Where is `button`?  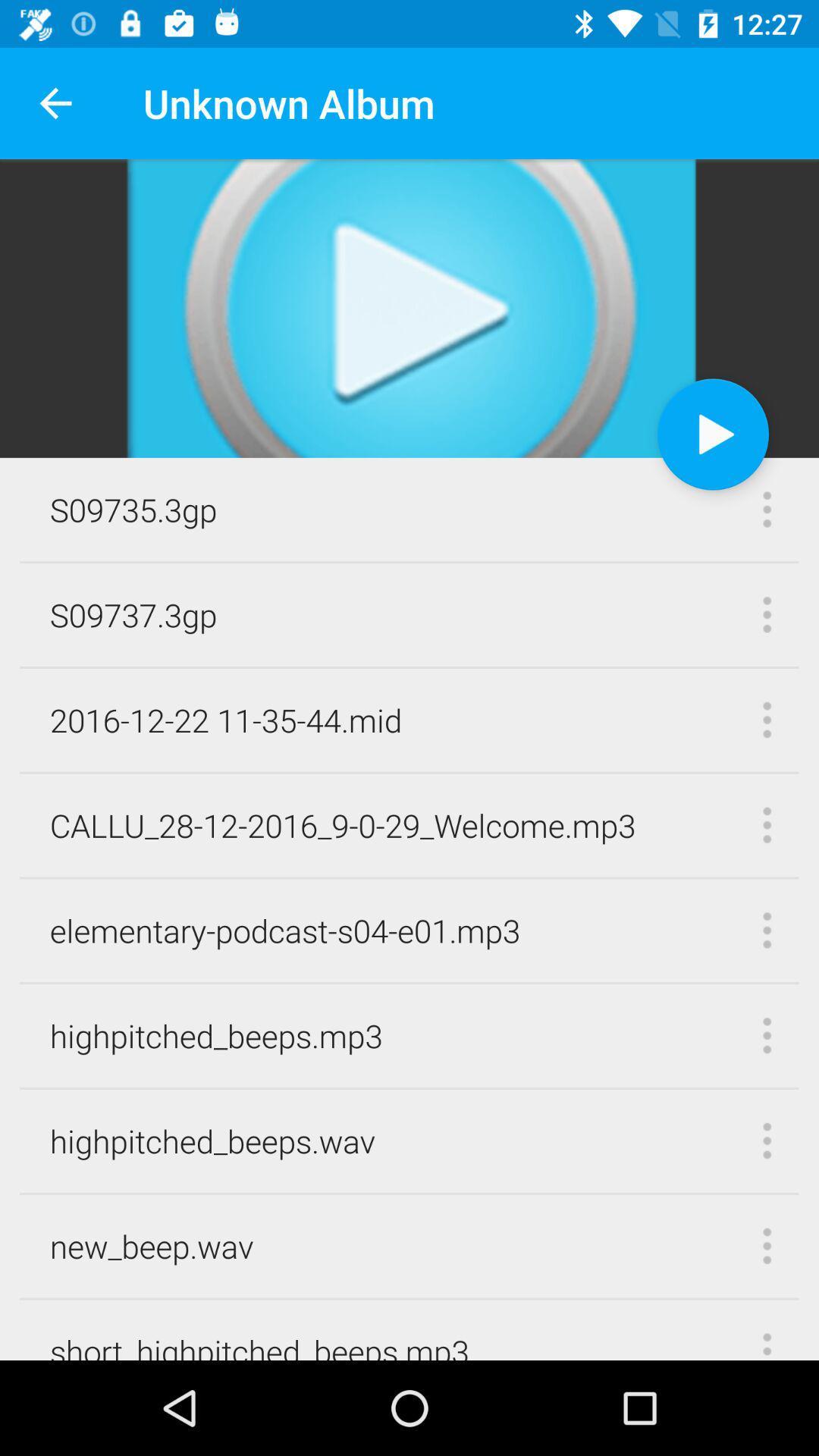 button is located at coordinates (713, 433).